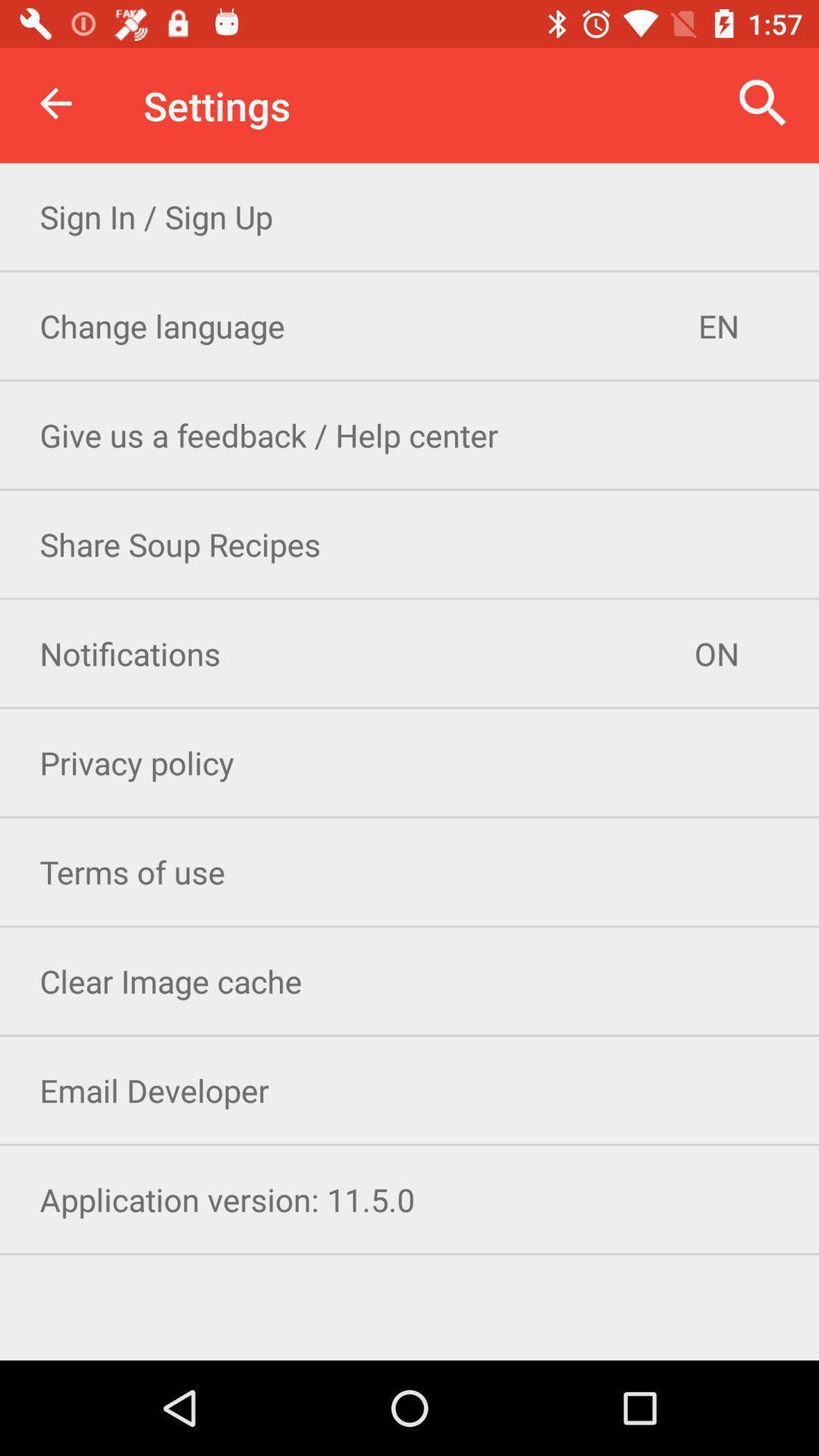  I want to click on privacy policy, so click(409, 762).